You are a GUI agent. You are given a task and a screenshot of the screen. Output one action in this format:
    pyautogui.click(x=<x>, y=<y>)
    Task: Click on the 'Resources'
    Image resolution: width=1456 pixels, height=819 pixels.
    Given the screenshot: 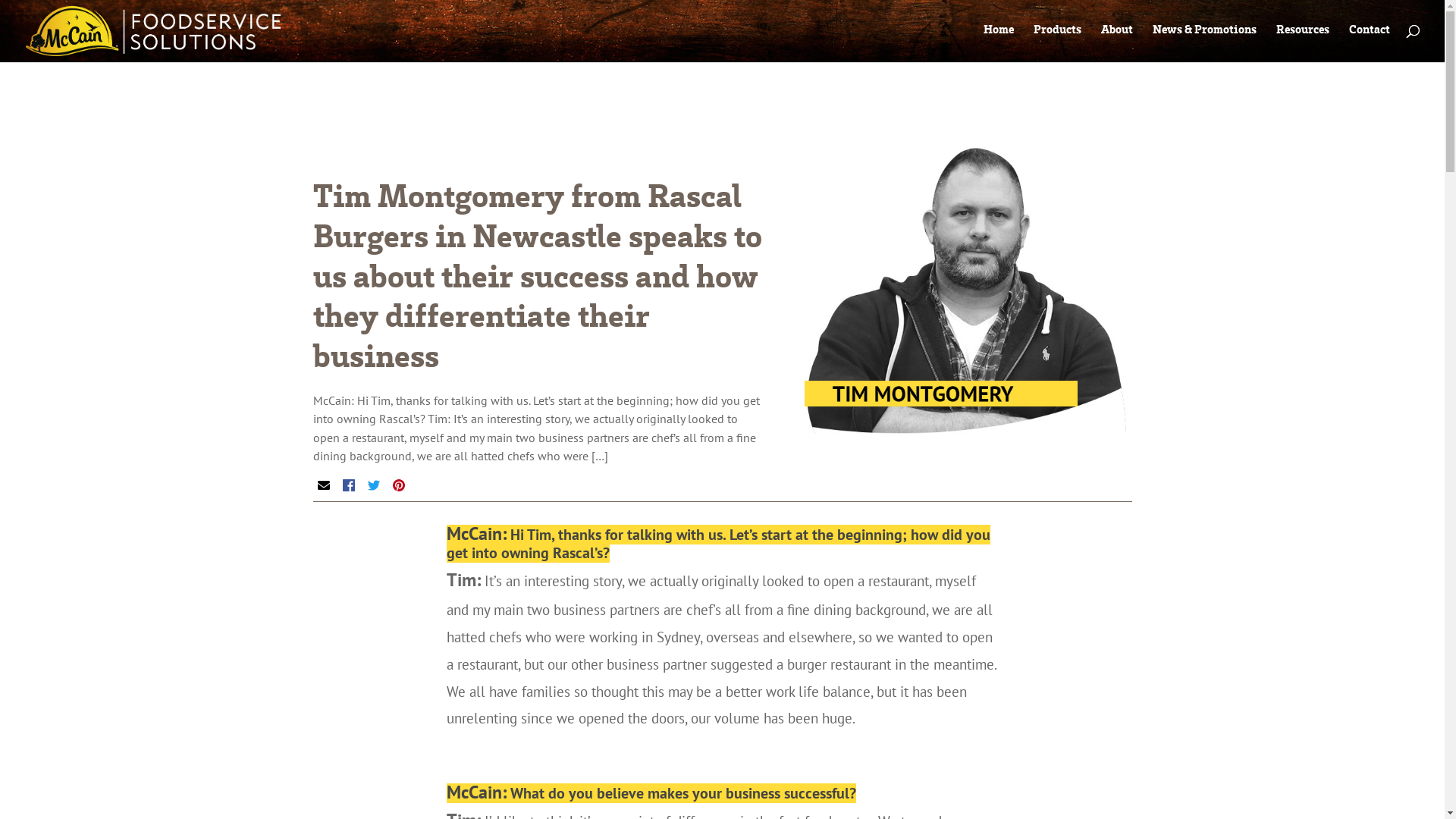 What is the action you would take?
    pyautogui.click(x=1302, y=32)
    